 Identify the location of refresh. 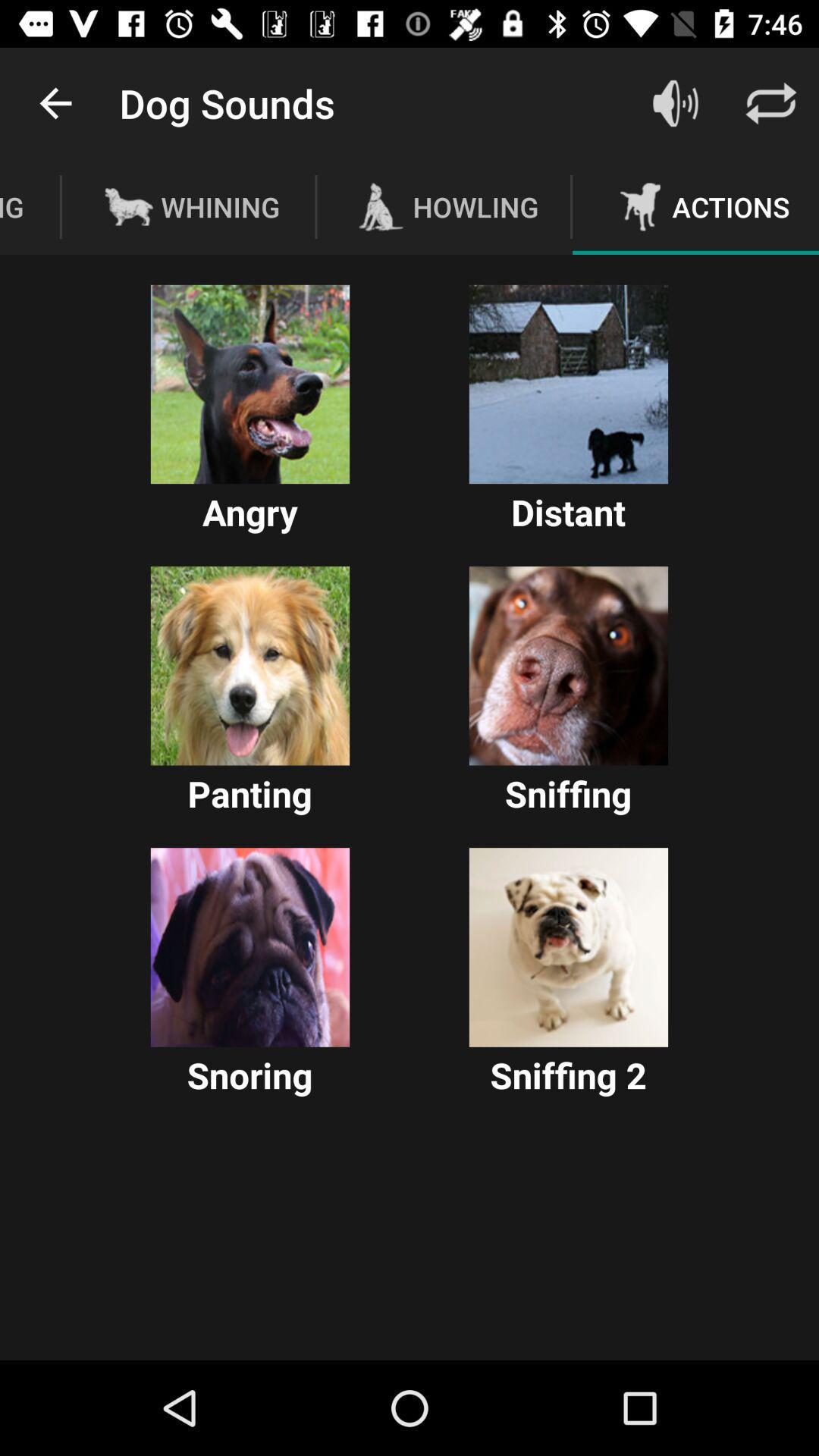
(771, 102).